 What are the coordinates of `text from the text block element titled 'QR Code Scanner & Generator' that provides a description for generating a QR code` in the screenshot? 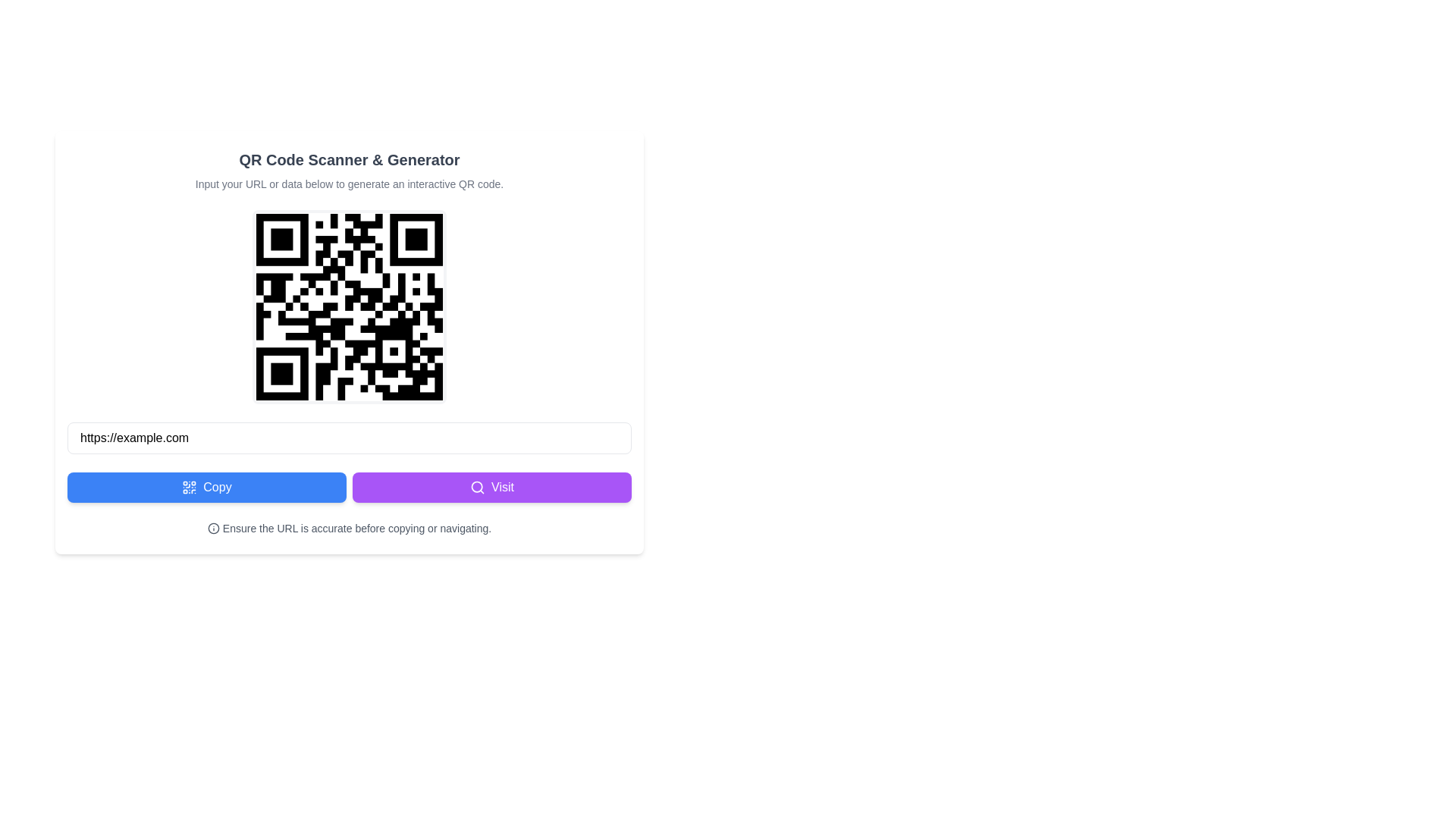 It's located at (348, 170).